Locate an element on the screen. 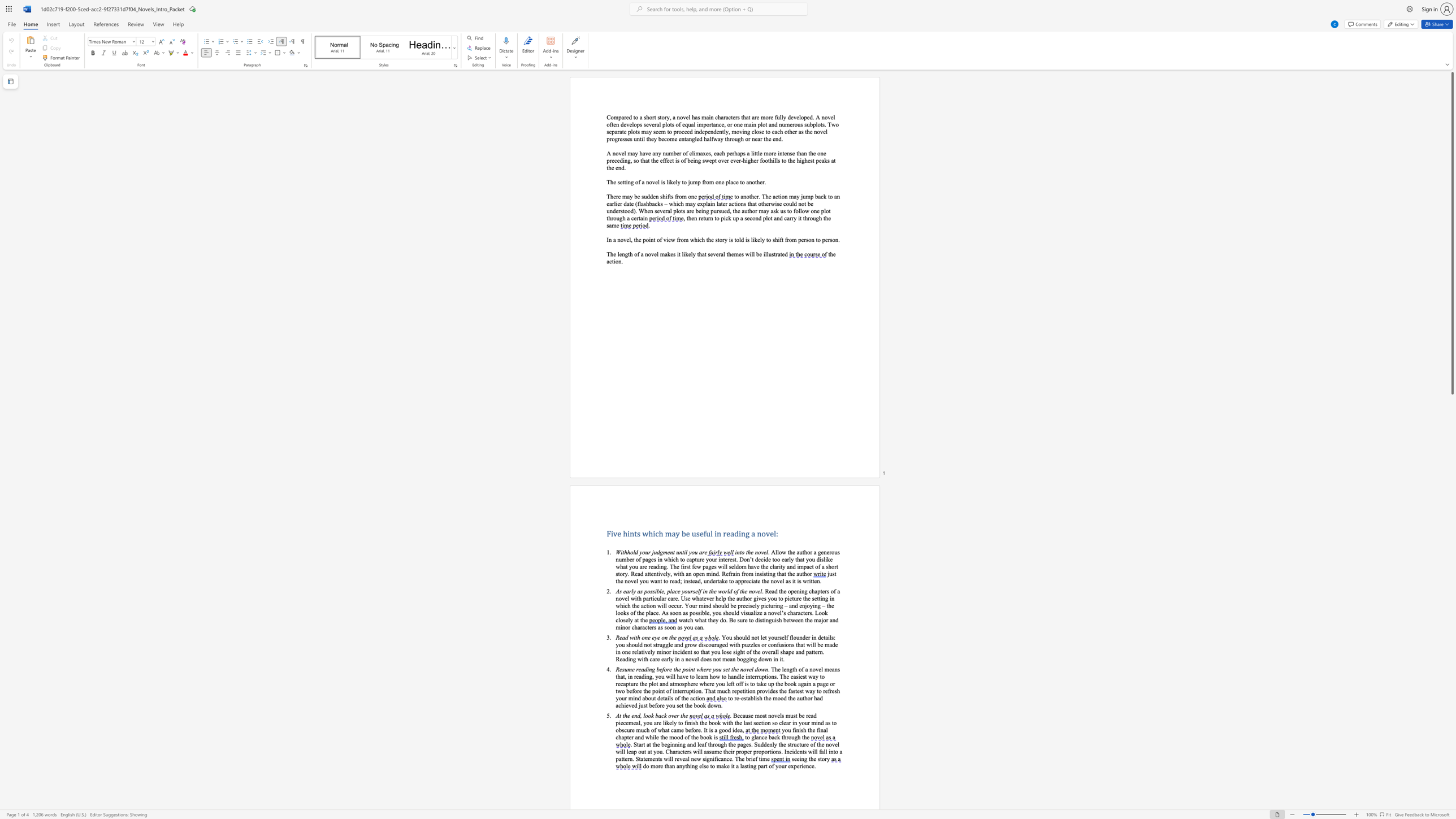  the subset text "sh" within the text "you finish the" is located at coordinates (800, 730).